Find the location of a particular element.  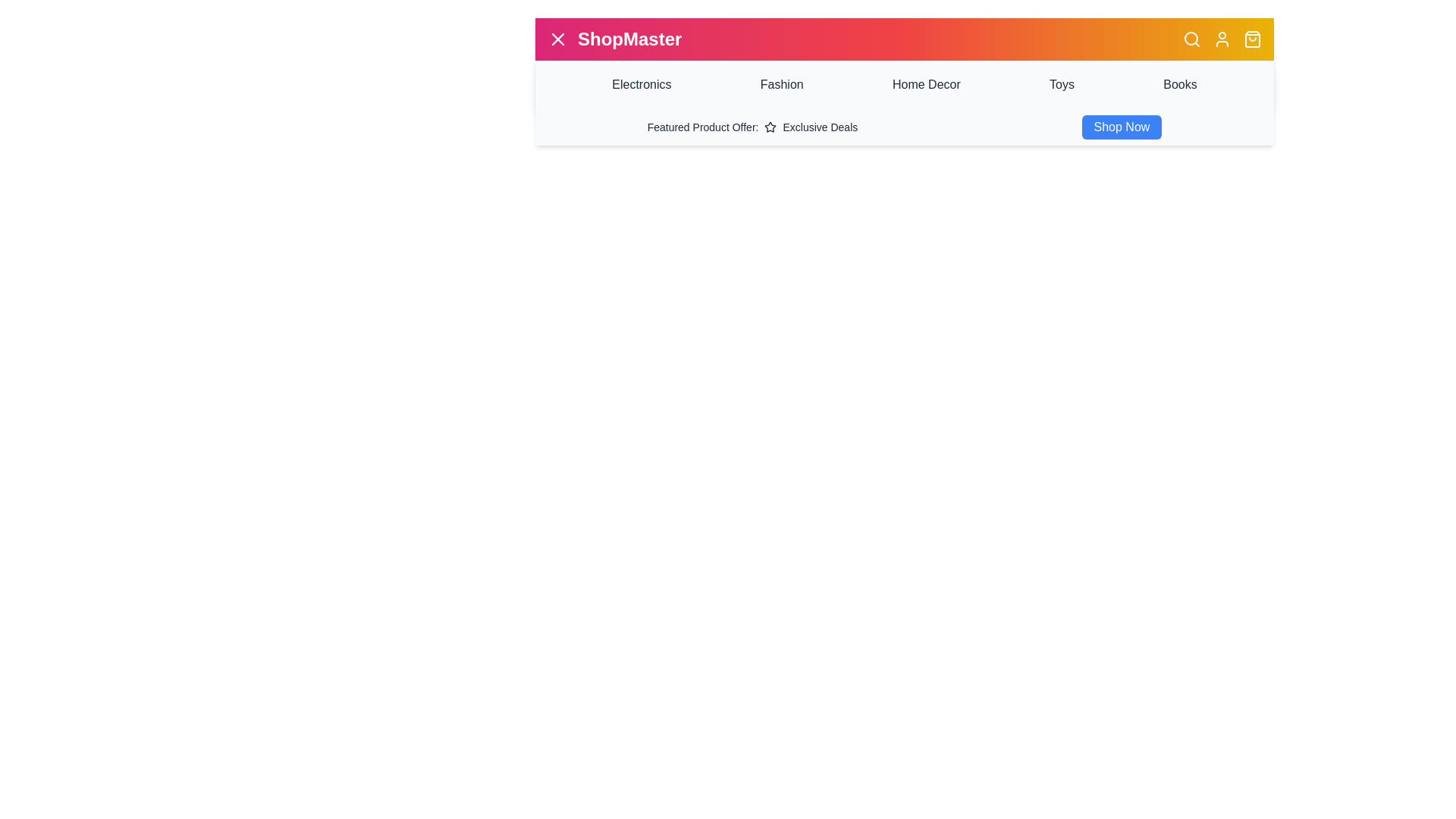

the 'Shop Now' button to view the featured product offers is located at coordinates (1121, 127).